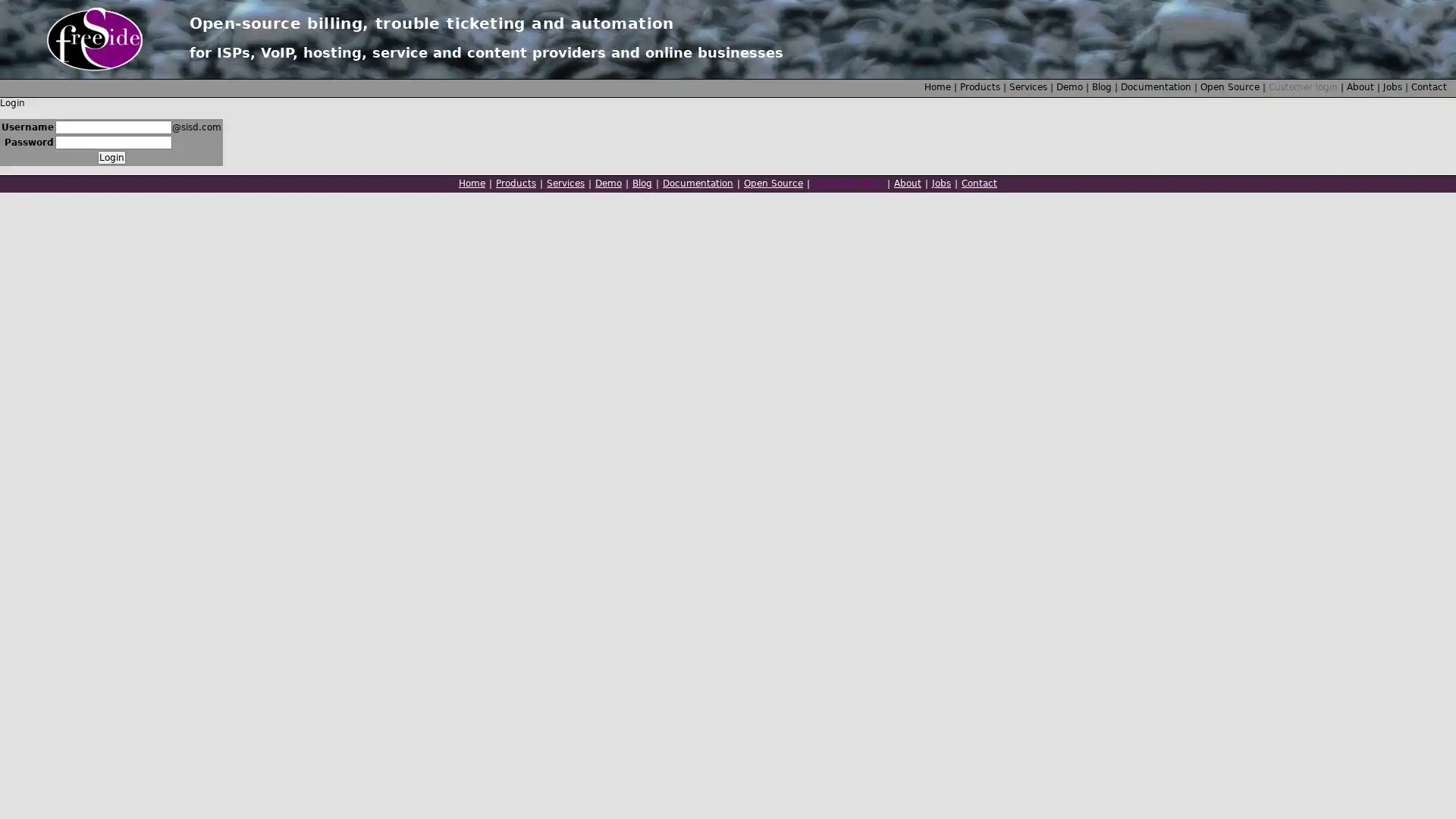 This screenshot has width=1456, height=819. I want to click on Login, so click(110, 158).